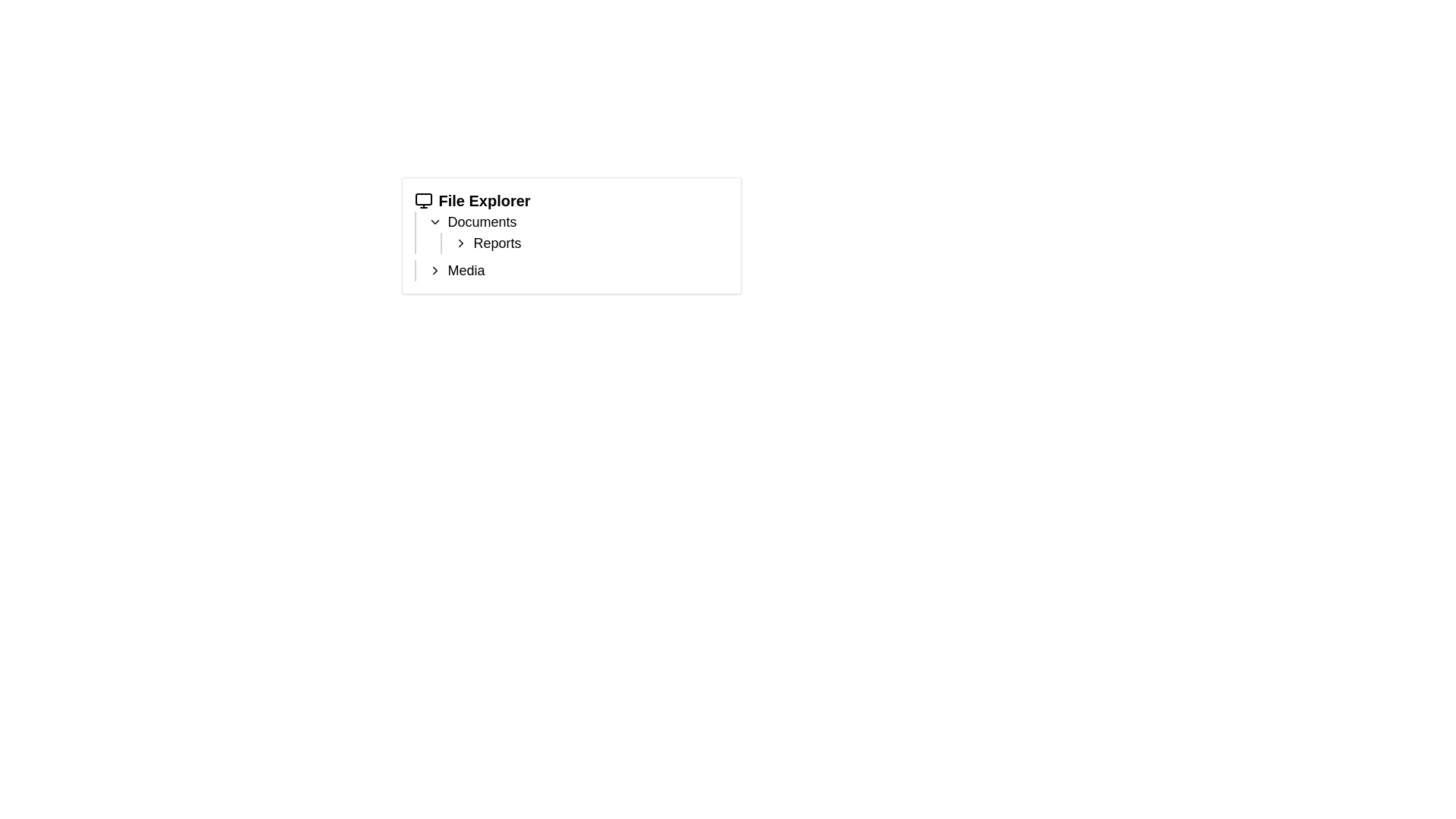 This screenshot has width=1456, height=819. I want to click on the computer monitor icon located to the left of the 'File Explorer' title, so click(423, 200).